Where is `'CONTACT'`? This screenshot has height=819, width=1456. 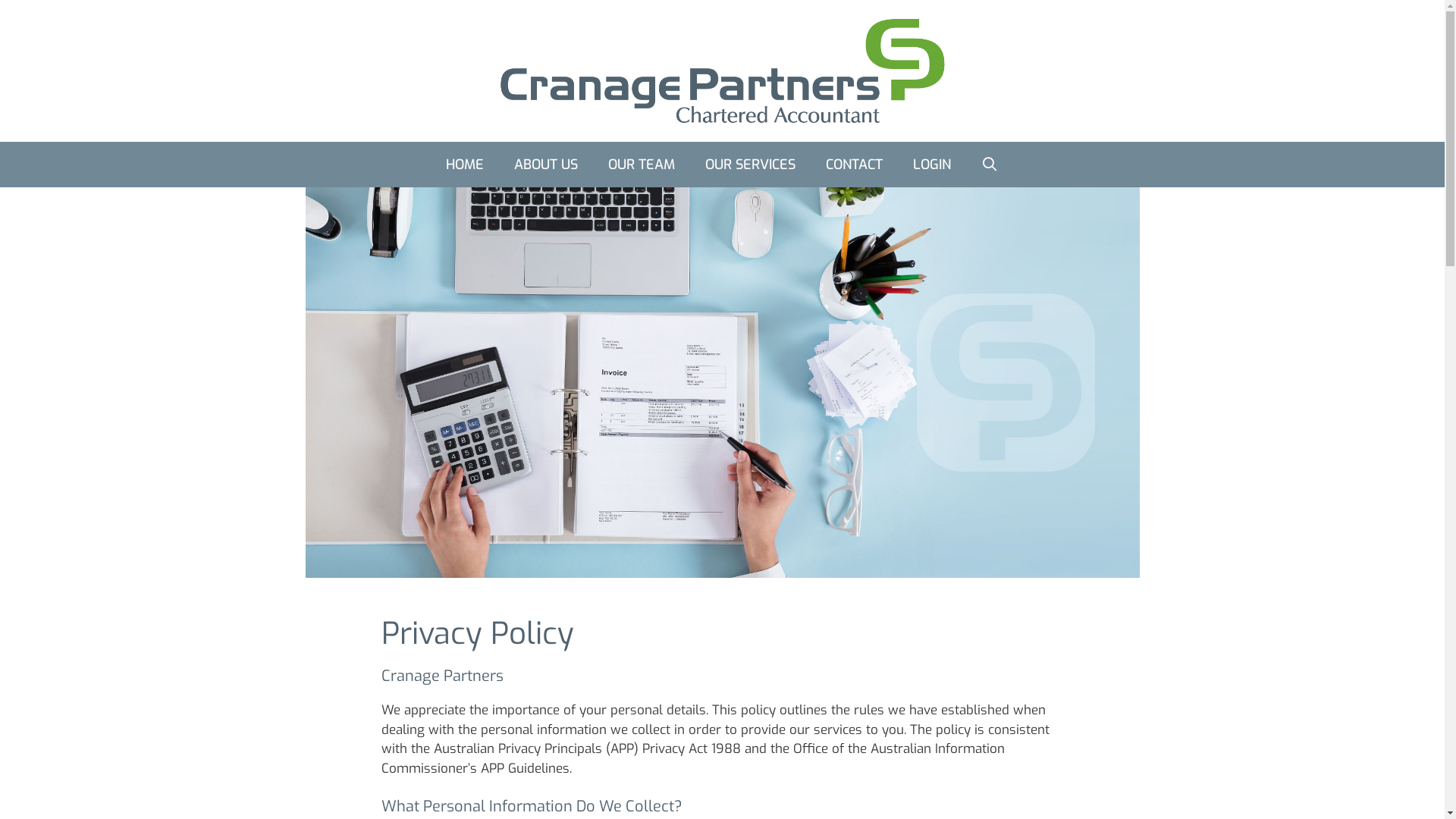
'CONTACT' is located at coordinates (854, 164).